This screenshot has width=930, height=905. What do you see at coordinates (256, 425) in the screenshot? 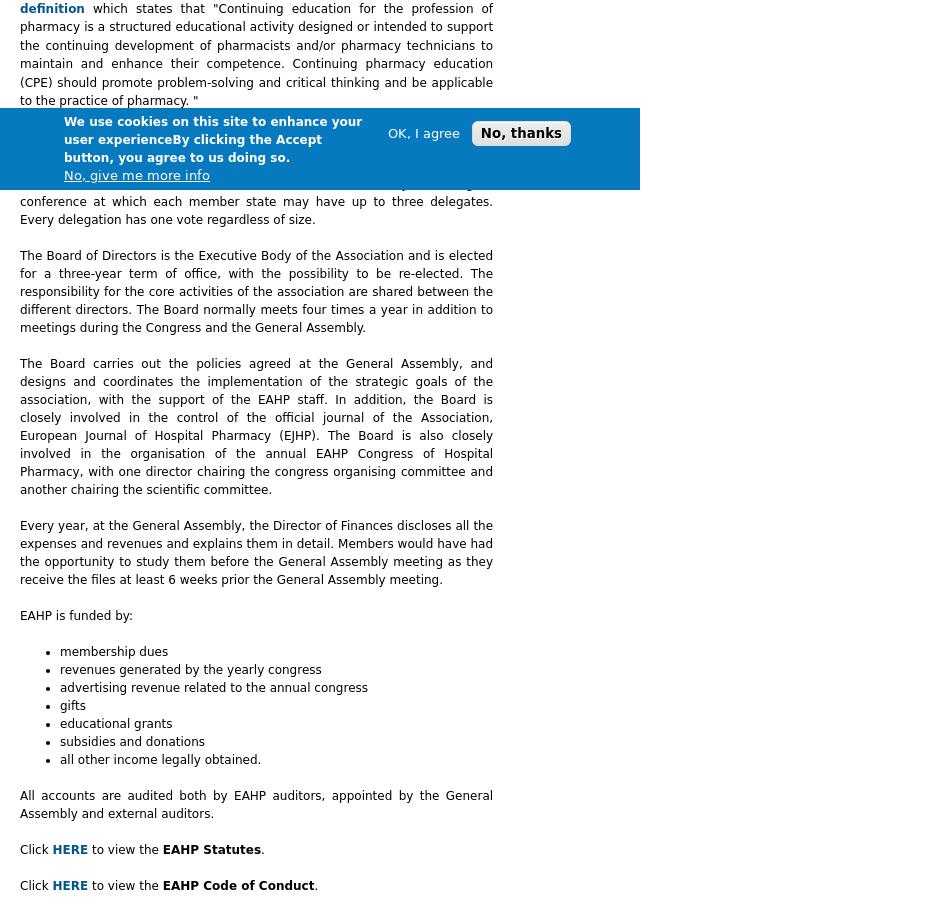
I see `'The Board carries out the policies agreed at the General Assembly, and designs and coordinates the implementation of the strategic goals of the association, with the support of the EAHP staff. In addition, the Board is closely involved in the control of the official journal of the Association, European Journal of Hospital Pharmacy (EJHP). The Board is also closely involved in the organisation of the annual EAHP Congress of Hospital Pharmacy, with one director chairing the congress organising committee and another chairing the scientific committee.'` at bounding box center [256, 425].